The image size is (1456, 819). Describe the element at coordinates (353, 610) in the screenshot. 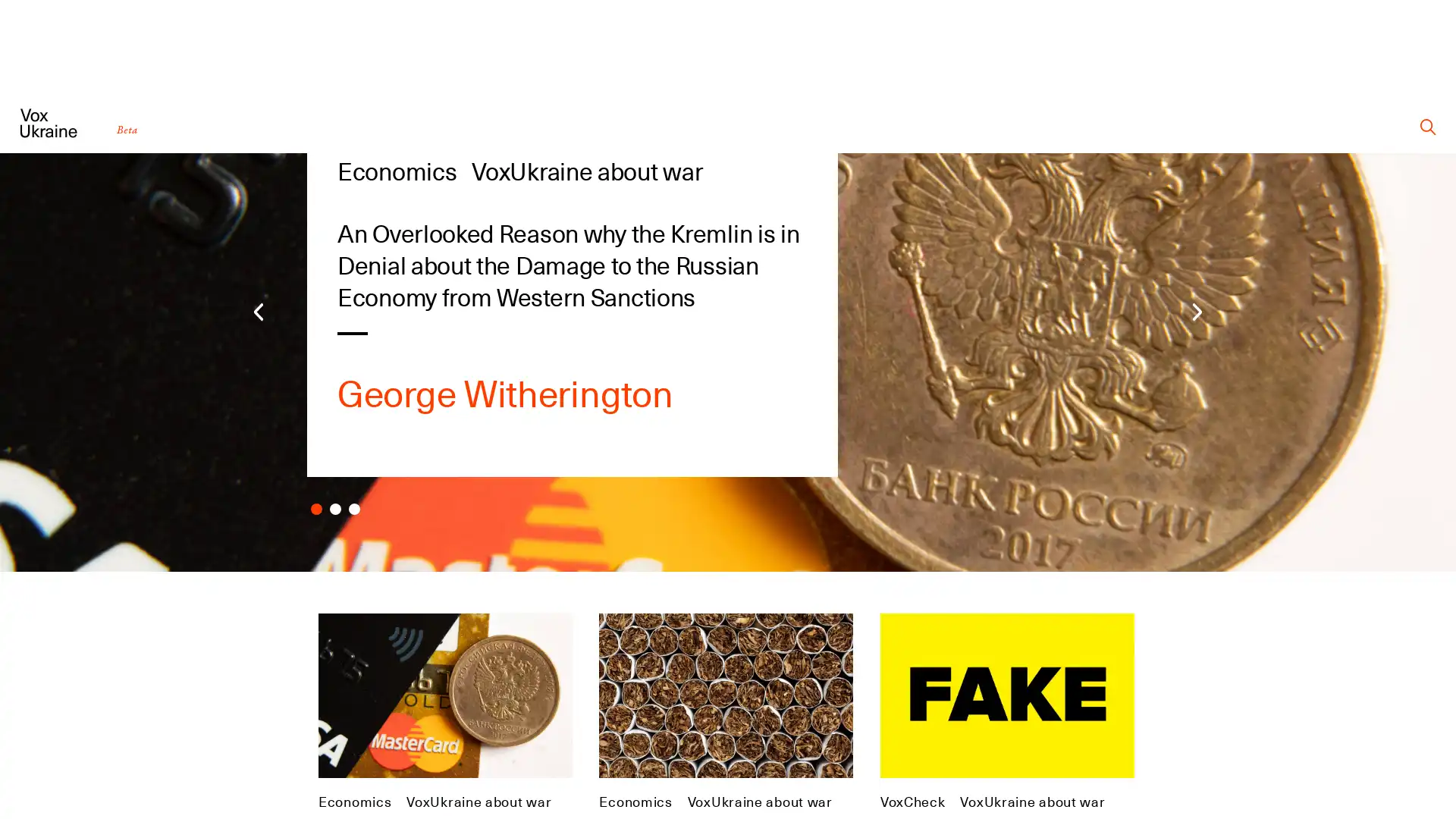

I see `Carousel Page 3` at that location.